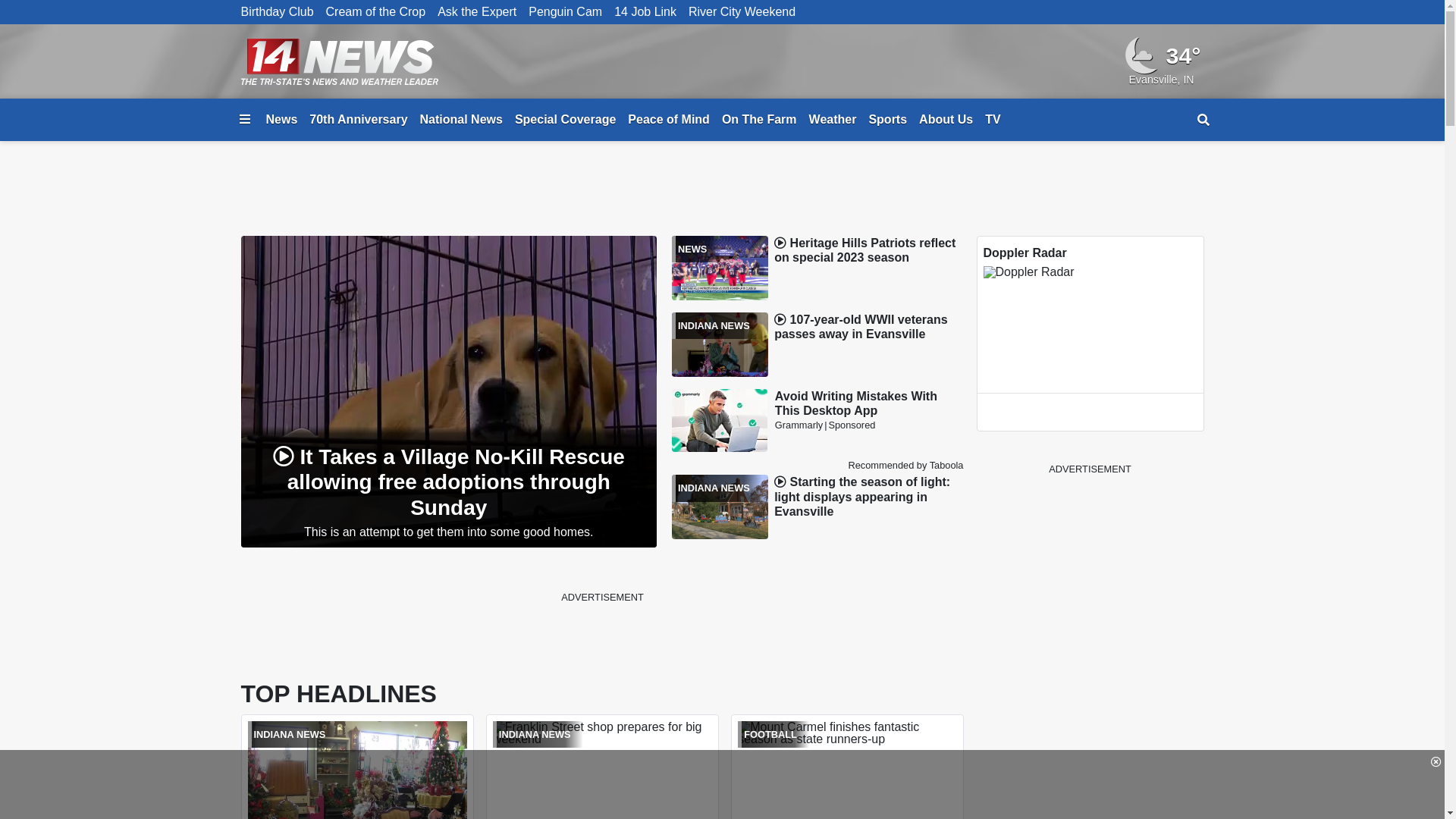  What do you see at coordinates (357, 119) in the screenshot?
I see `'70th Anniversary'` at bounding box center [357, 119].